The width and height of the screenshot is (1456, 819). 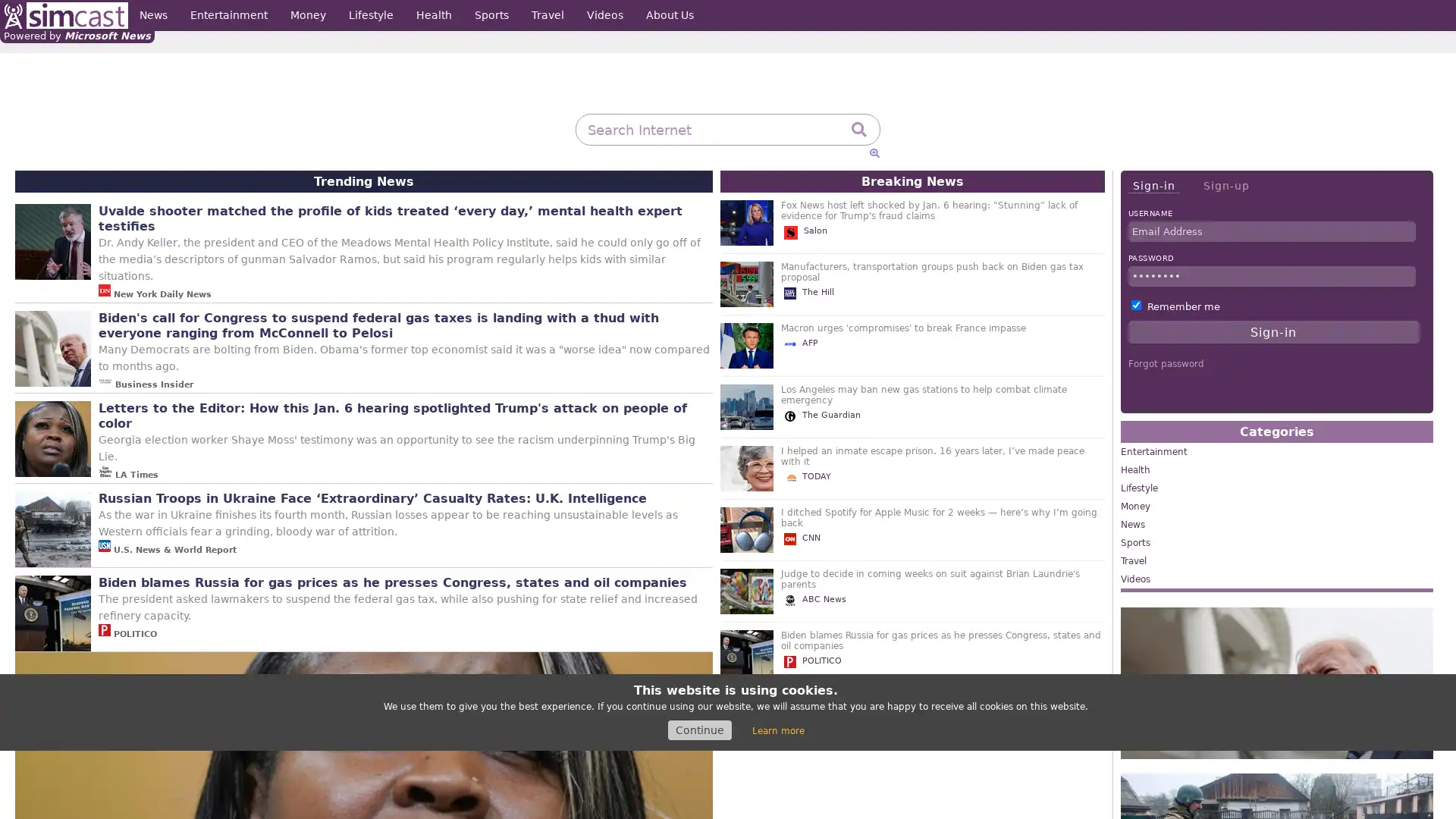 I want to click on Sign-in, so click(x=1273, y=331).